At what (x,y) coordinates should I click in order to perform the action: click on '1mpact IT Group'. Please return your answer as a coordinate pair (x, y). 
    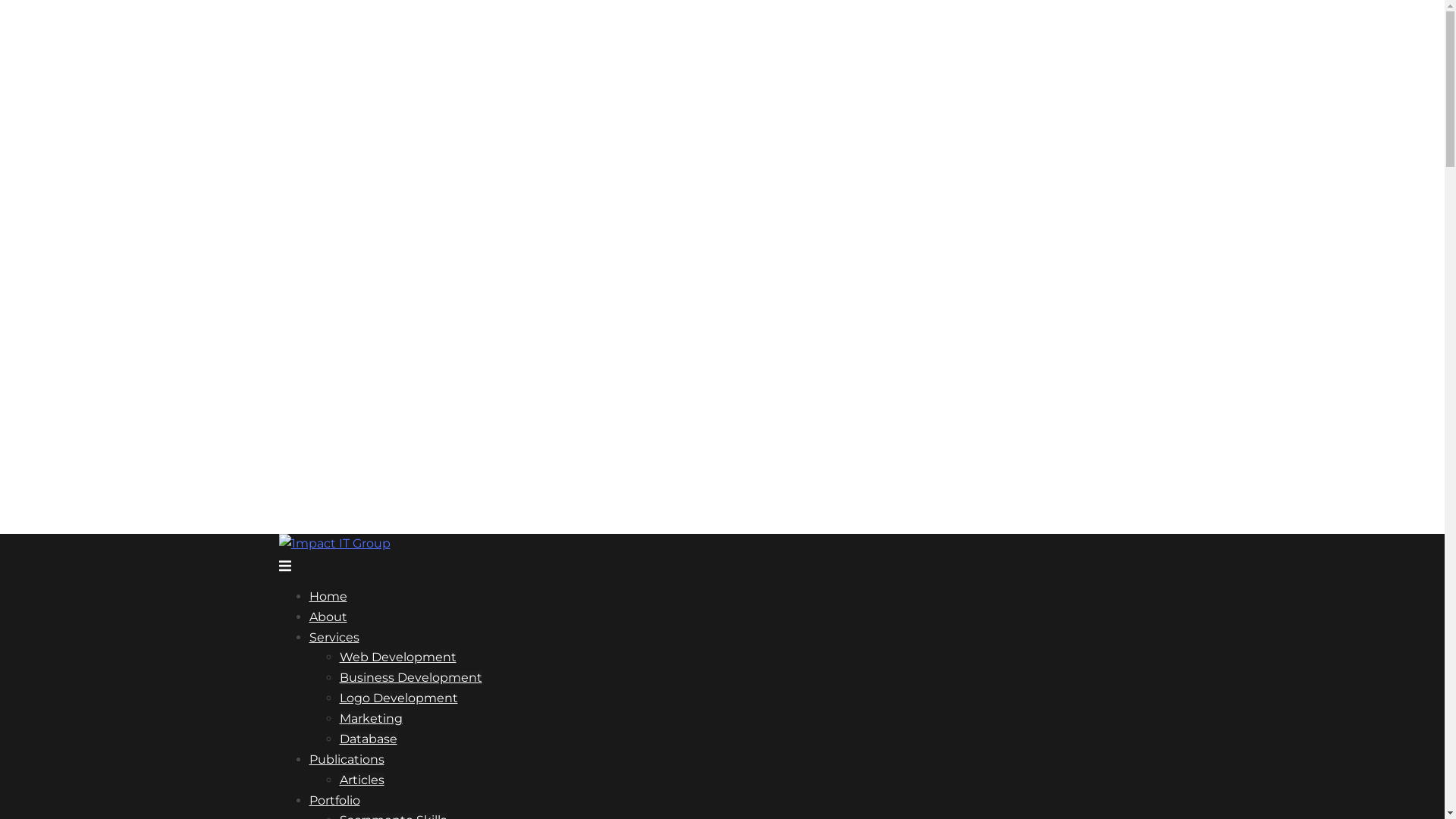
    Looking at the image, I should click on (334, 542).